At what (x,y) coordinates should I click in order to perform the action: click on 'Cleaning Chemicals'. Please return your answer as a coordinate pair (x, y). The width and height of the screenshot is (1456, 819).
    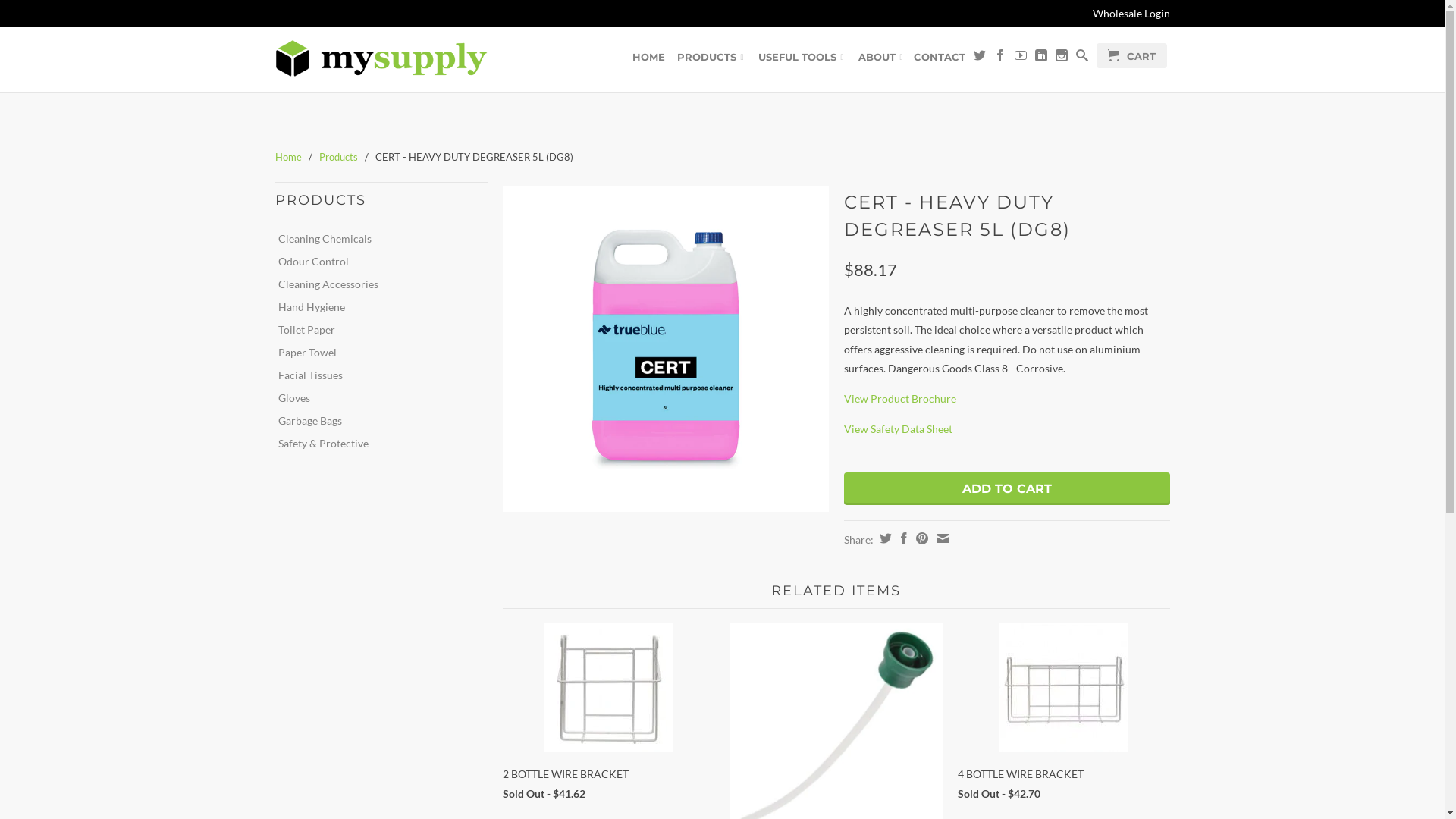
    Looking at the image, I should click on (375, 239).